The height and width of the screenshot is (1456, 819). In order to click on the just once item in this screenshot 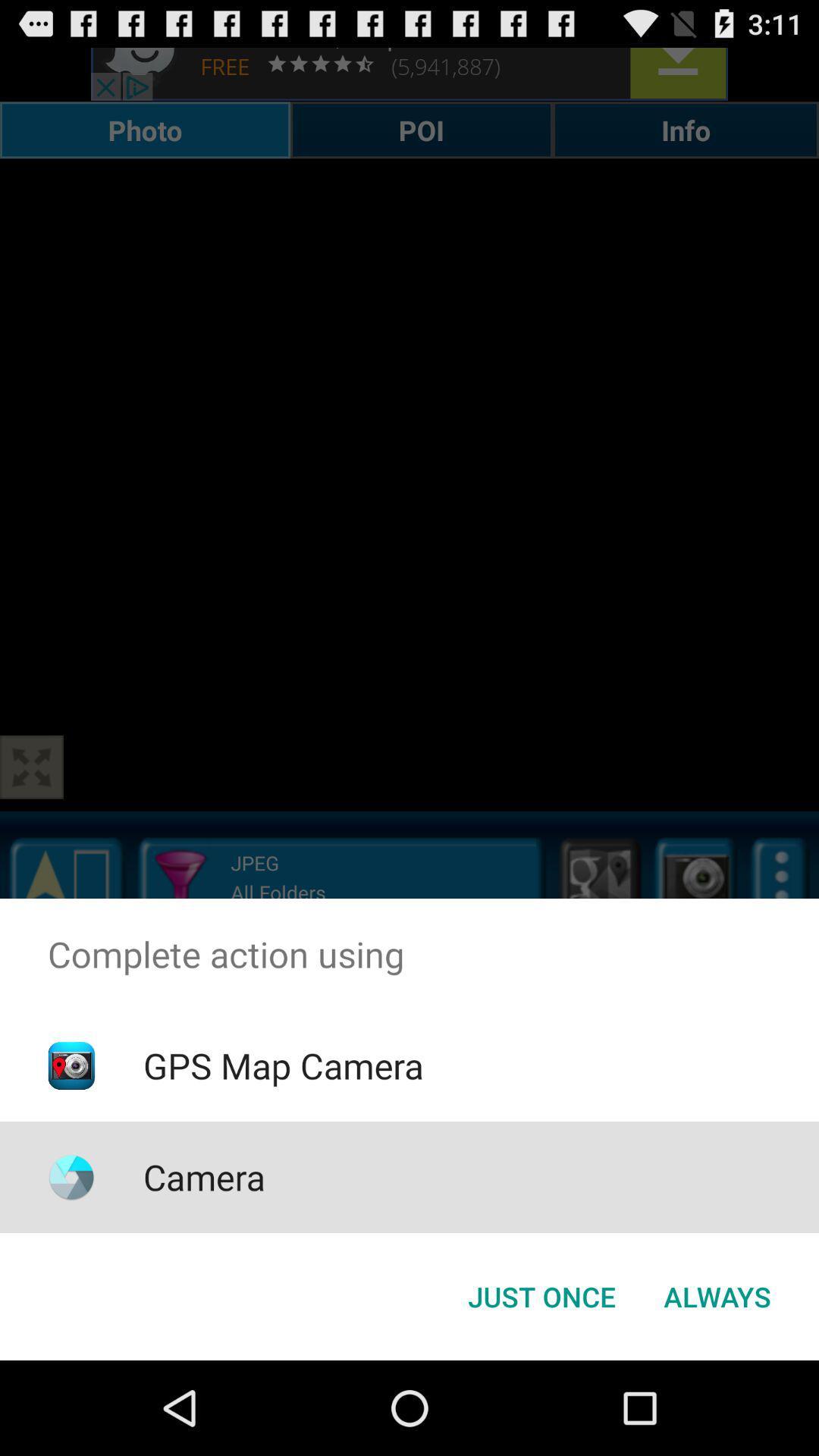, I will do `click(541, 1295)`.